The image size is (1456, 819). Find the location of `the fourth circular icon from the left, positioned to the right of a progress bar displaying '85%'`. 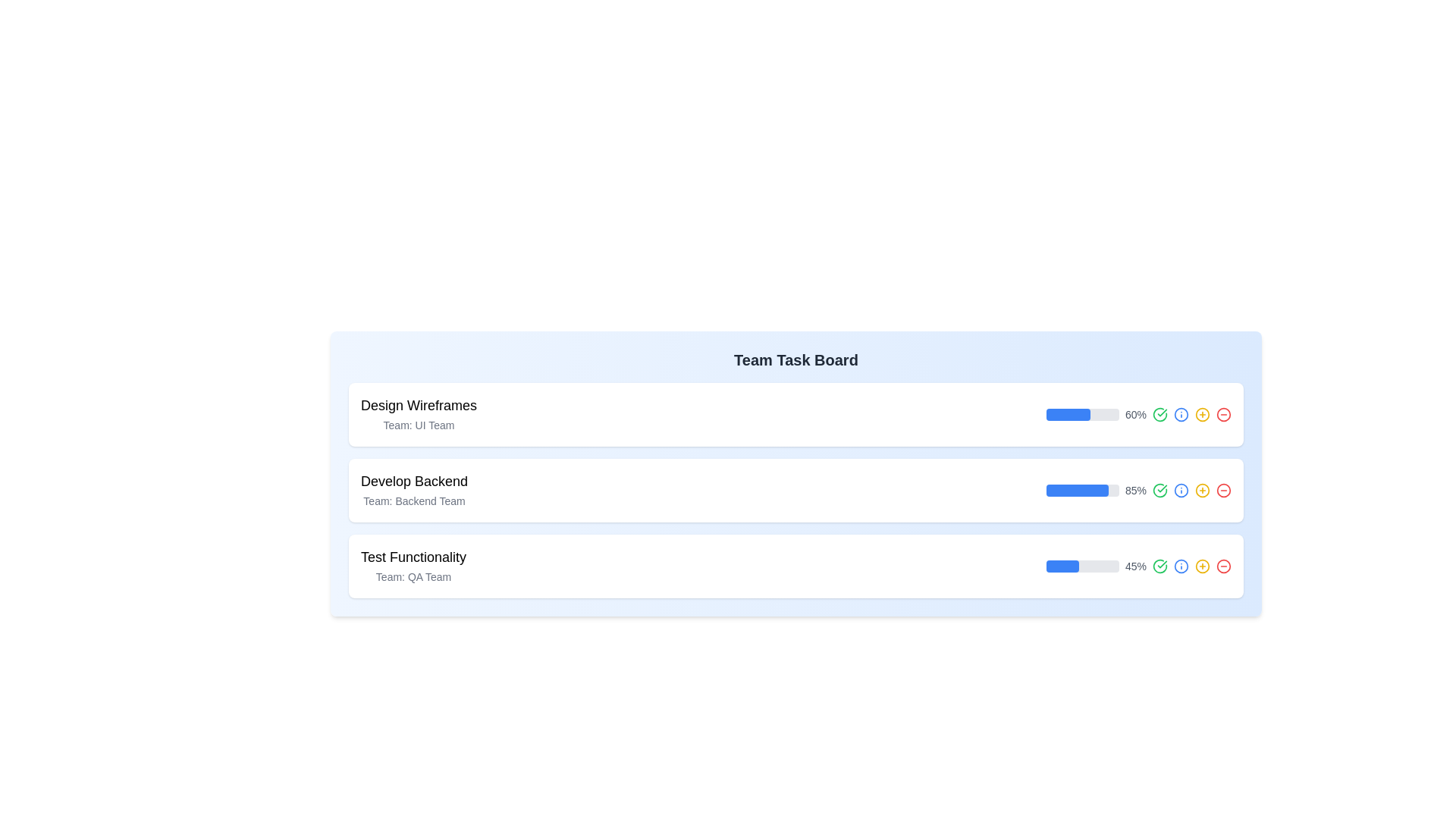

the fourth circular icon from the left, positioned to the right of a progress bar displaying '85%' is located at coordinates (1201, 491).